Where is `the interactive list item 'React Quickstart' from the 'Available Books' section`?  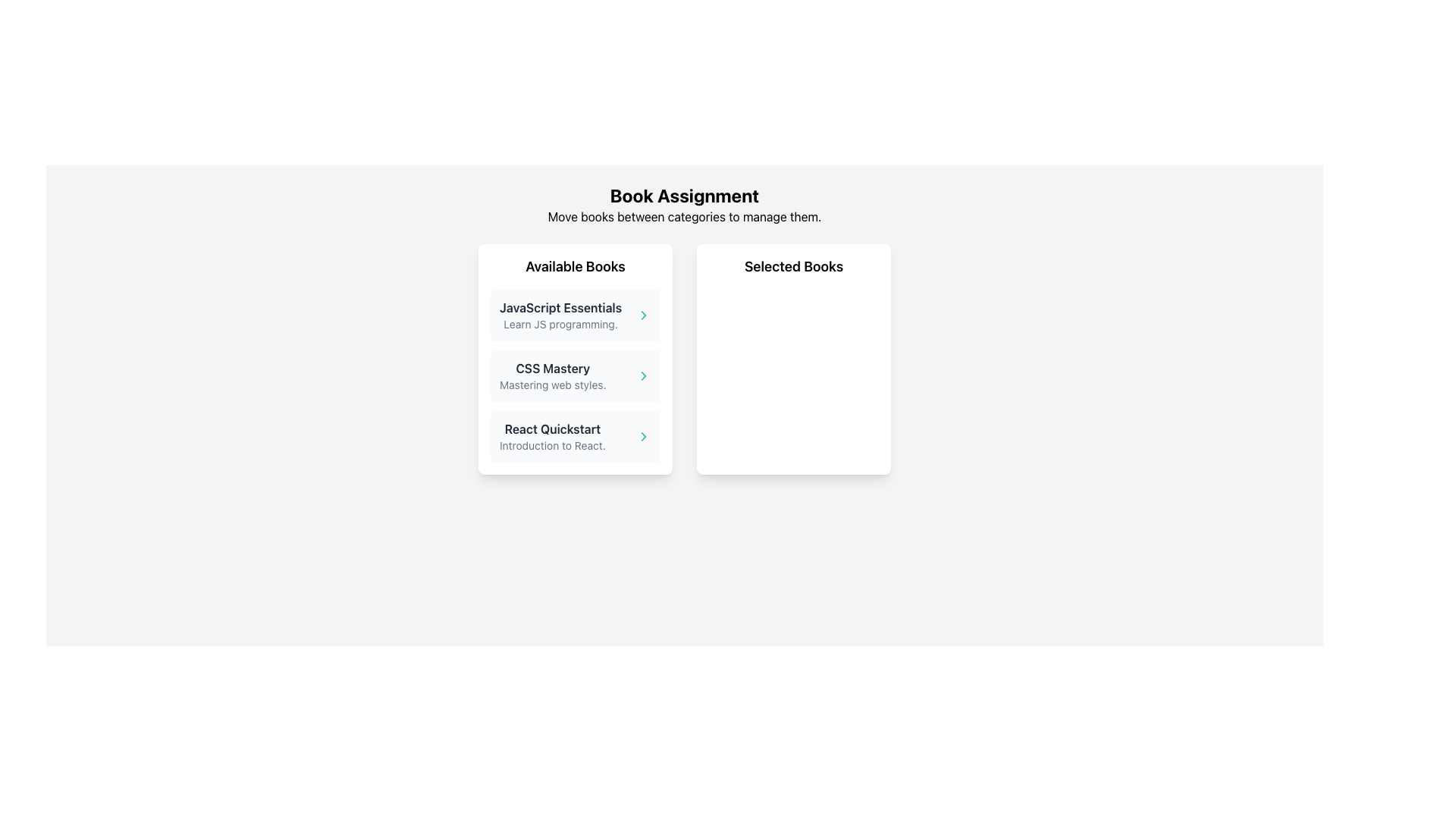
the interactive list item 'React Quickstart' from the 'Available Books' section is located at coordinates (574, 436).